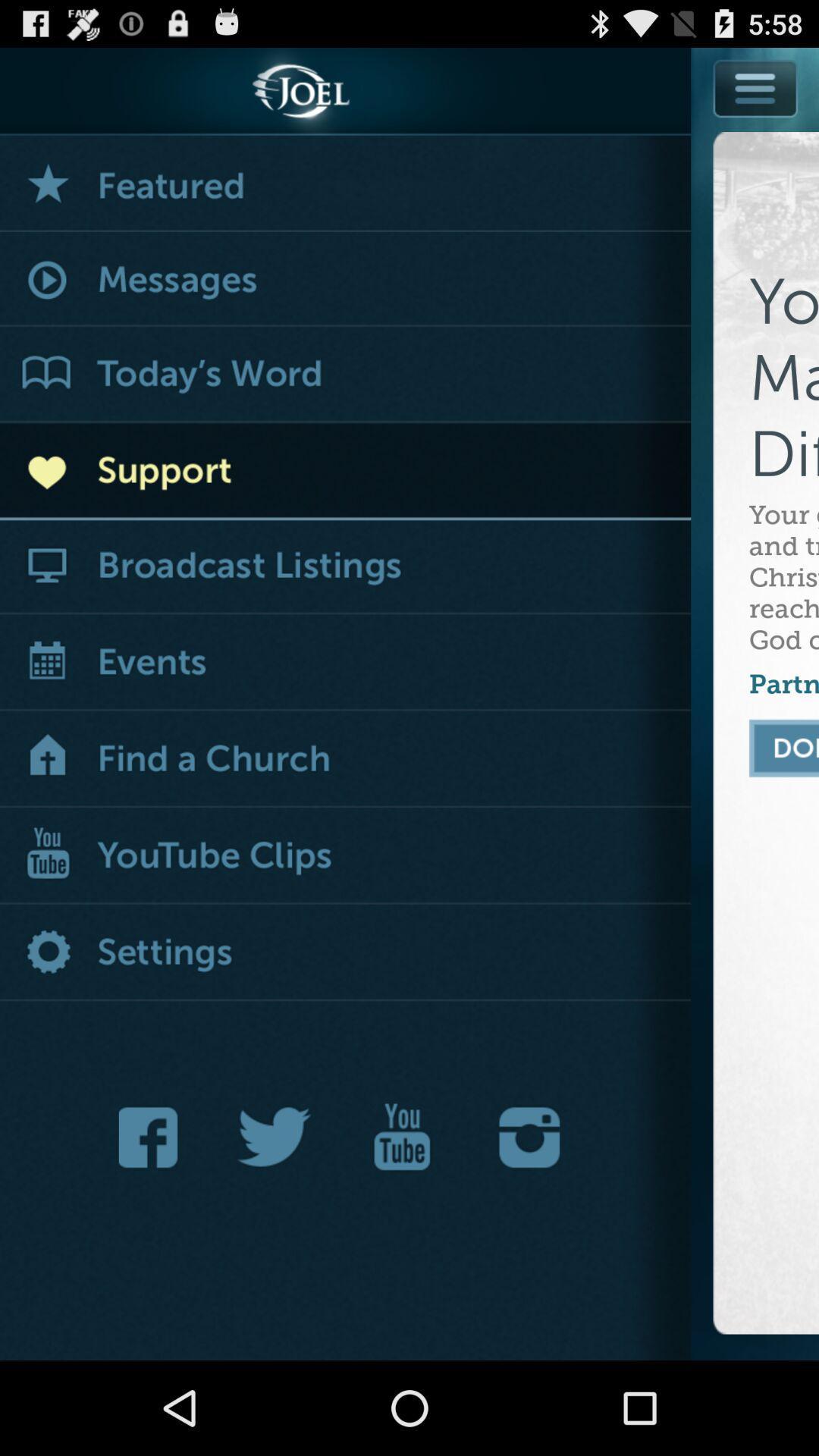  What do you see at coordinates (275, 1137) in the screenshot?
I see `share on twitter` at bounding box center [275, 1137].